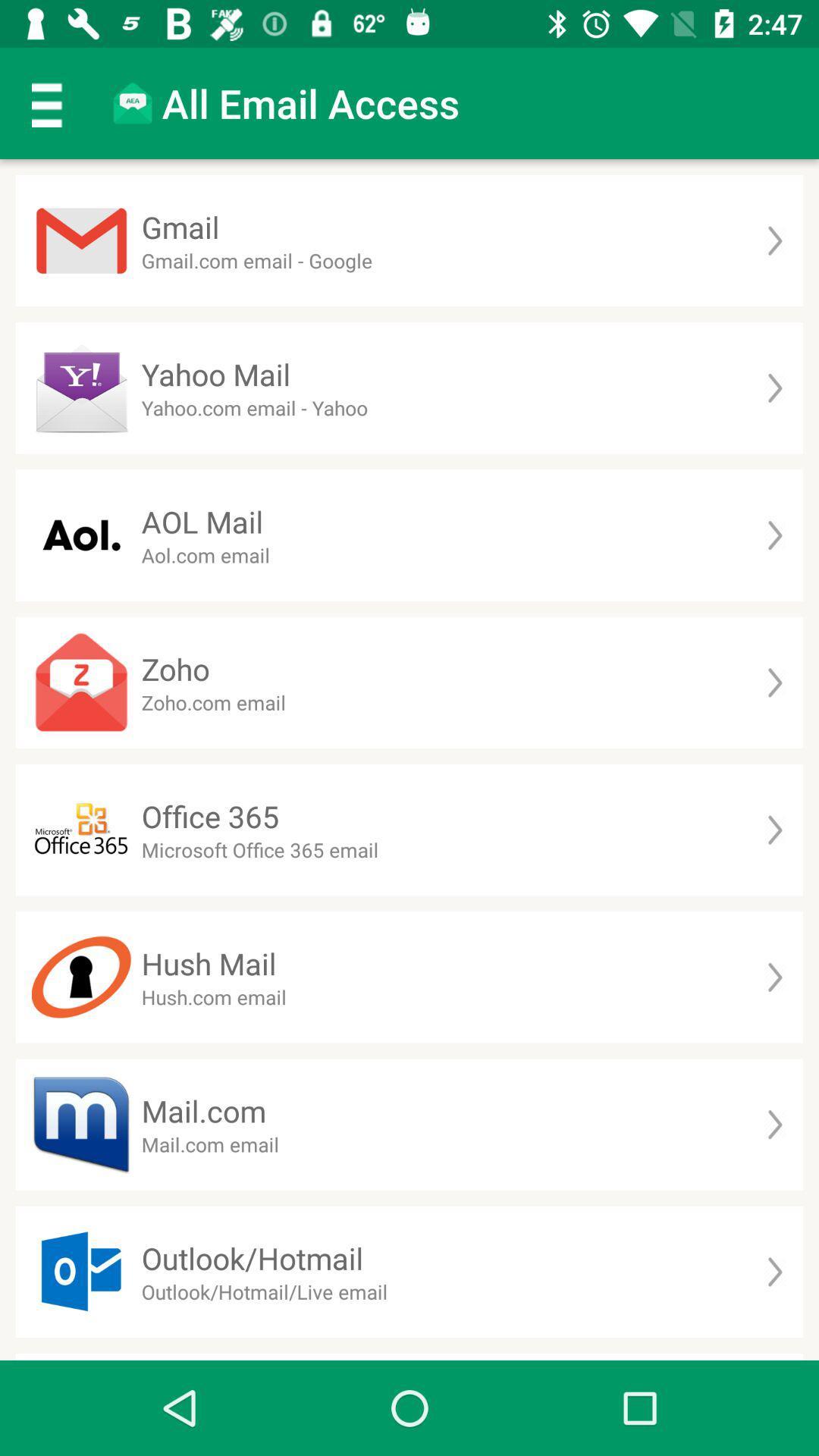 This screenshot has height=1456, width=819. What do you see at coordinates (209, 962) in the screenshot?
I see `hush mail` at bounding box center [209, 962].